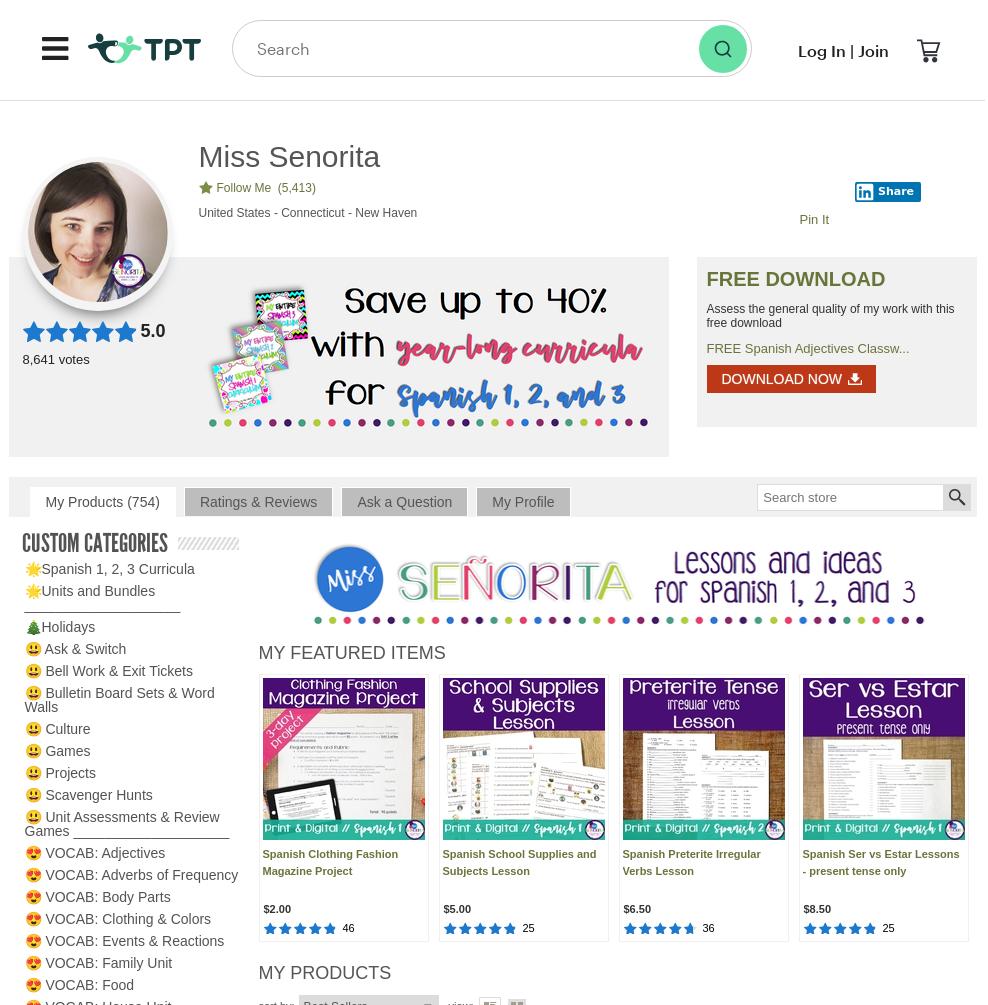 The width and height of the screenshot is (988, 1005). I want to click on '🎄Holidays', so click(58, 626).